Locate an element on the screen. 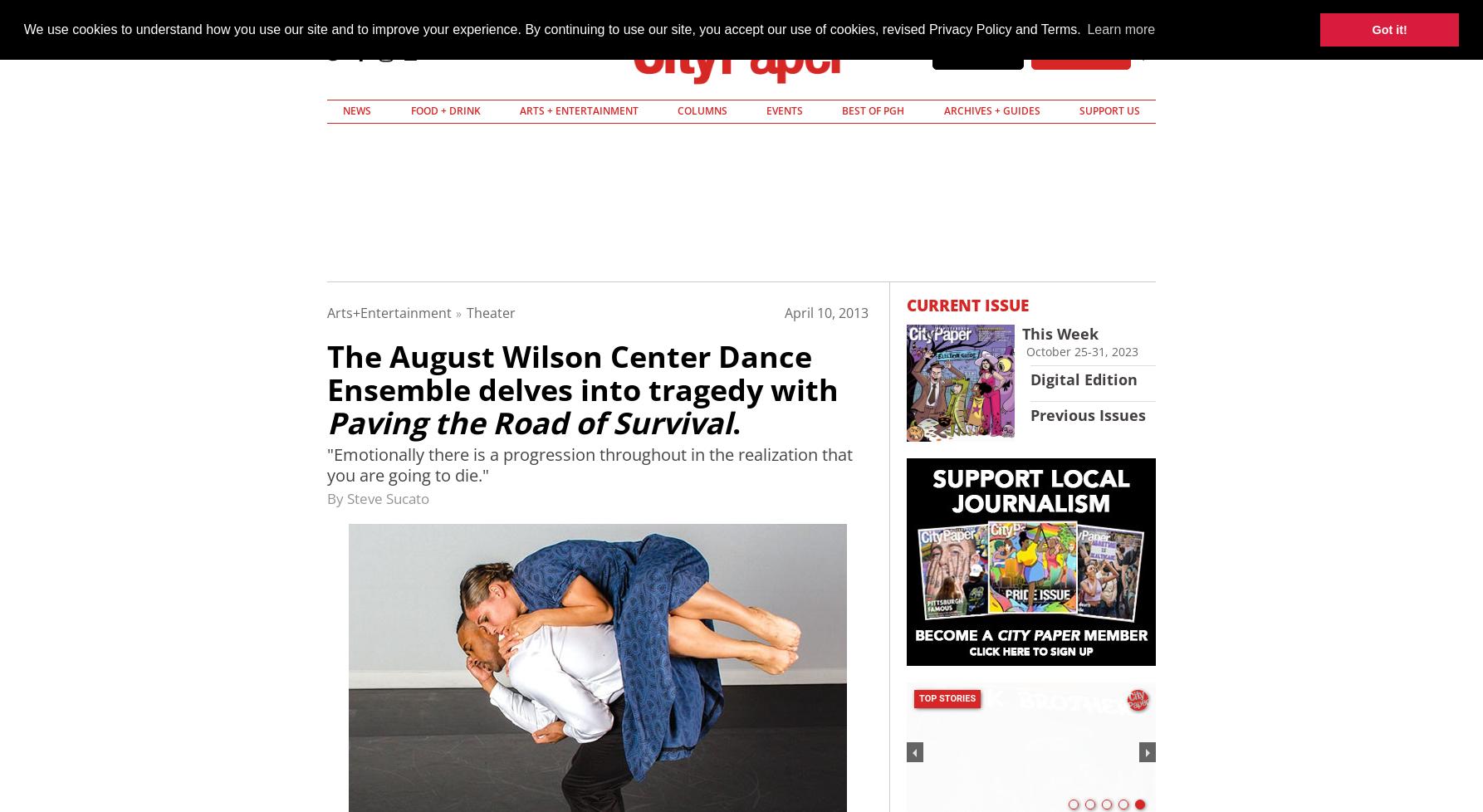 Image resolution: width=1483 pixels, height=812 pixels. 'Previous Issues' is located at coordinates (1088, 414).